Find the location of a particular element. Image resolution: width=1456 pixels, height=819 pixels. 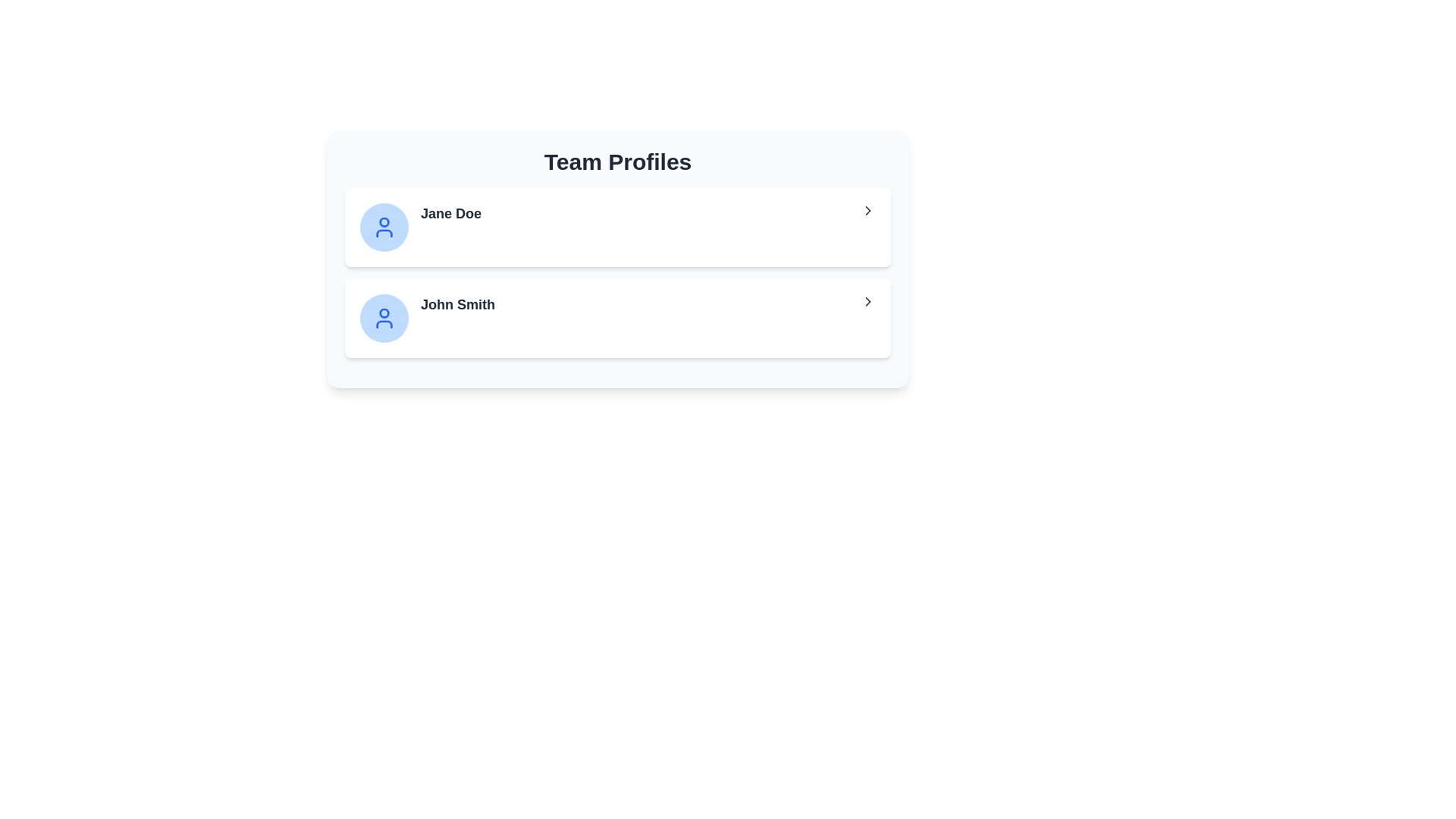

the navigational icon associated with 'John Smith' in the 'Team Profiles' section to potentially reveal a tooltip is located at coordinates (868, 301).